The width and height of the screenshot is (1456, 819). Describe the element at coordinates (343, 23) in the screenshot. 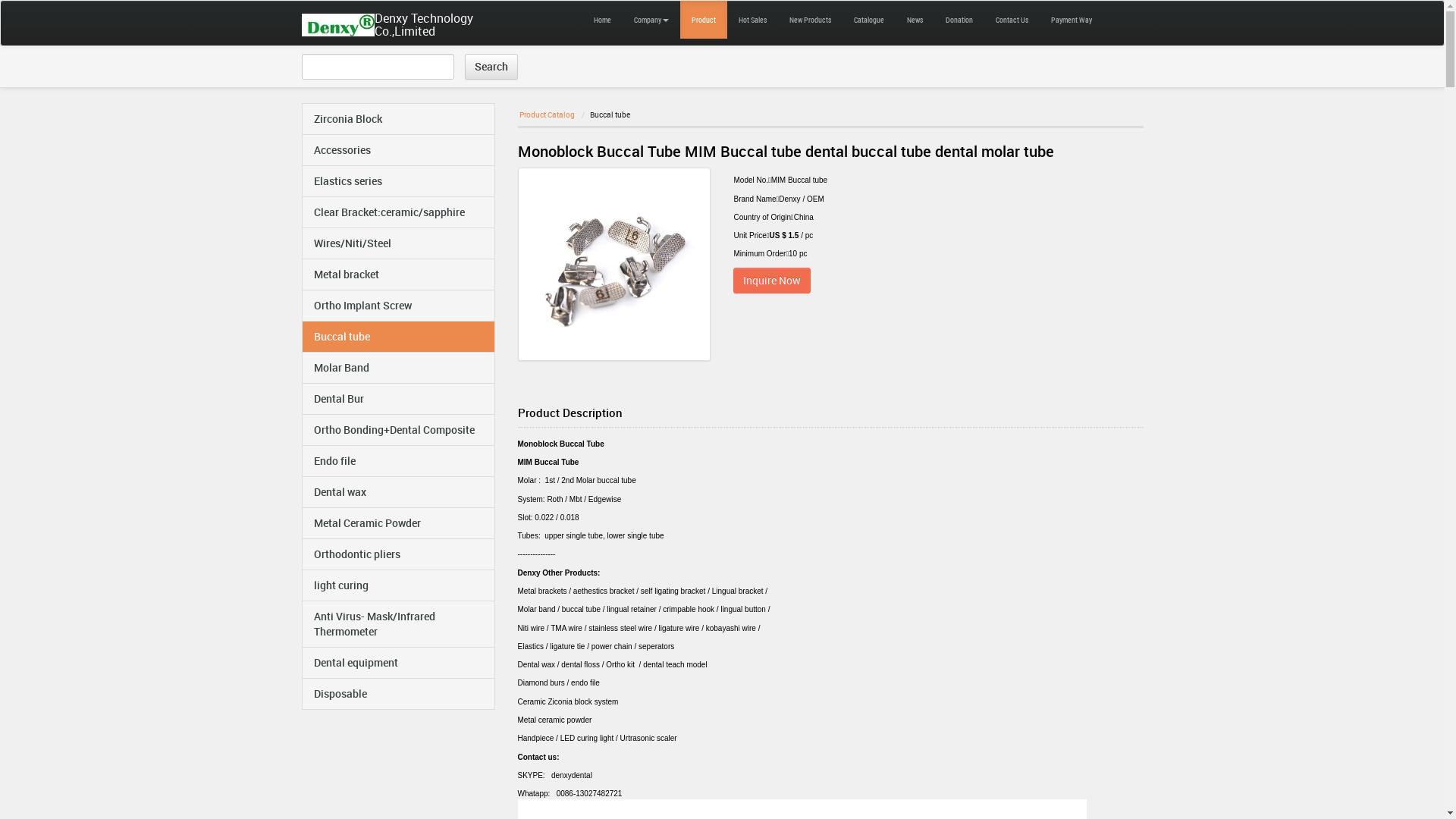

I see `'Denxy Technology Co.,Limited'` at that location.